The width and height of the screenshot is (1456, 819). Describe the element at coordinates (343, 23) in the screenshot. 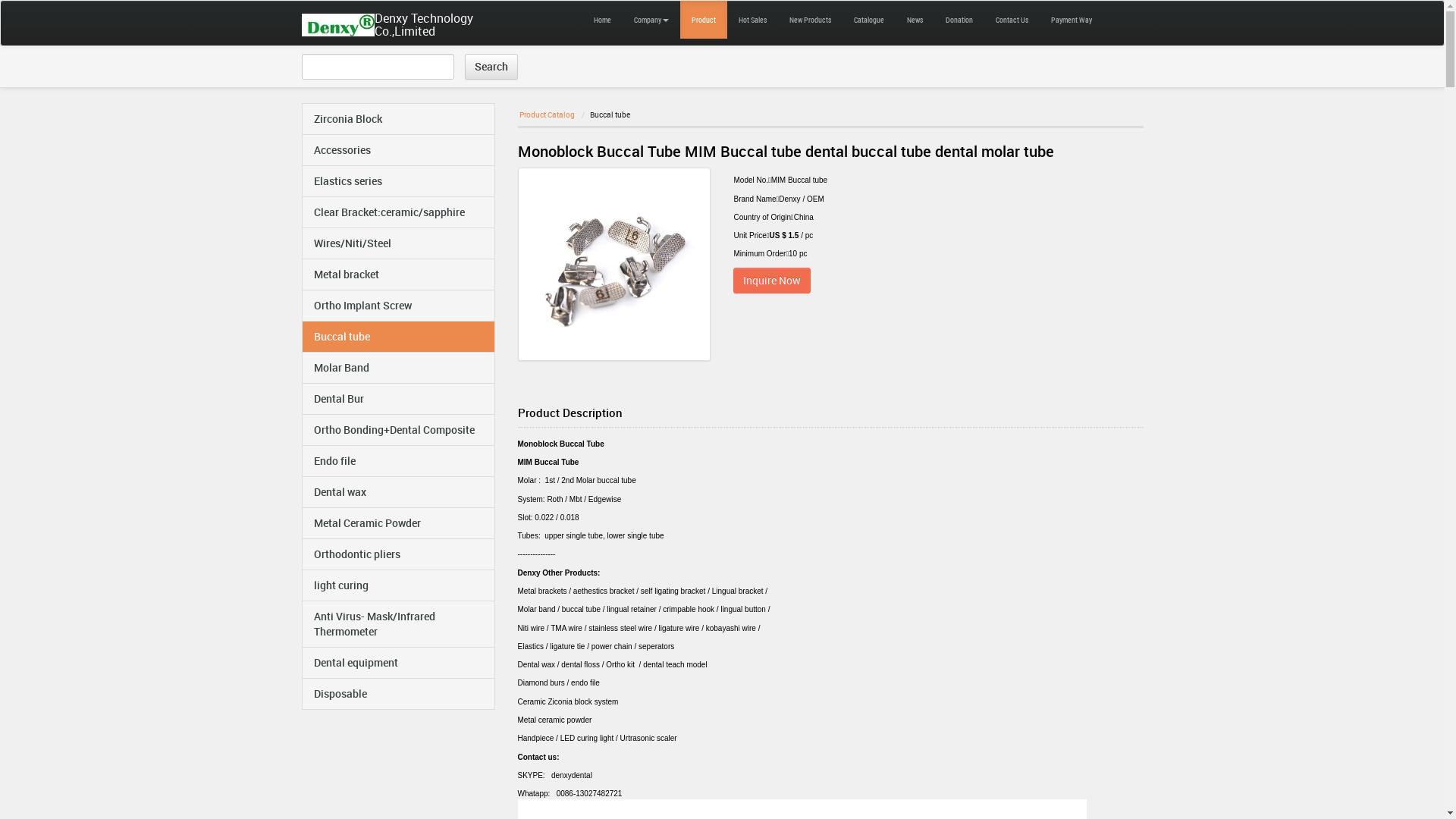

I see `'Denxy Technology Co.,Limited'` at that location.